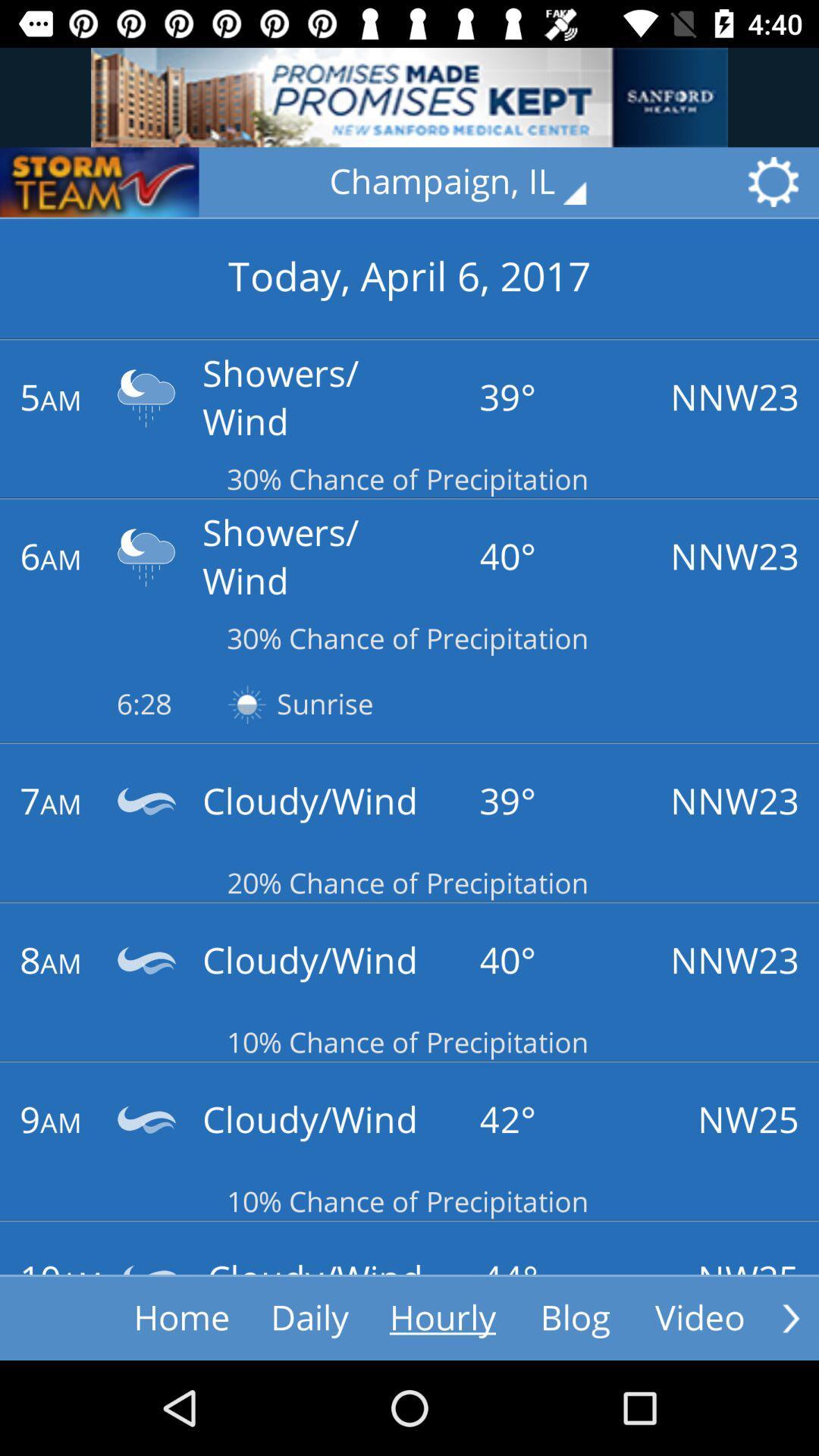  Describe the element at coordinates (99, 182) in the screenshot. I see `storm team button` at that location.